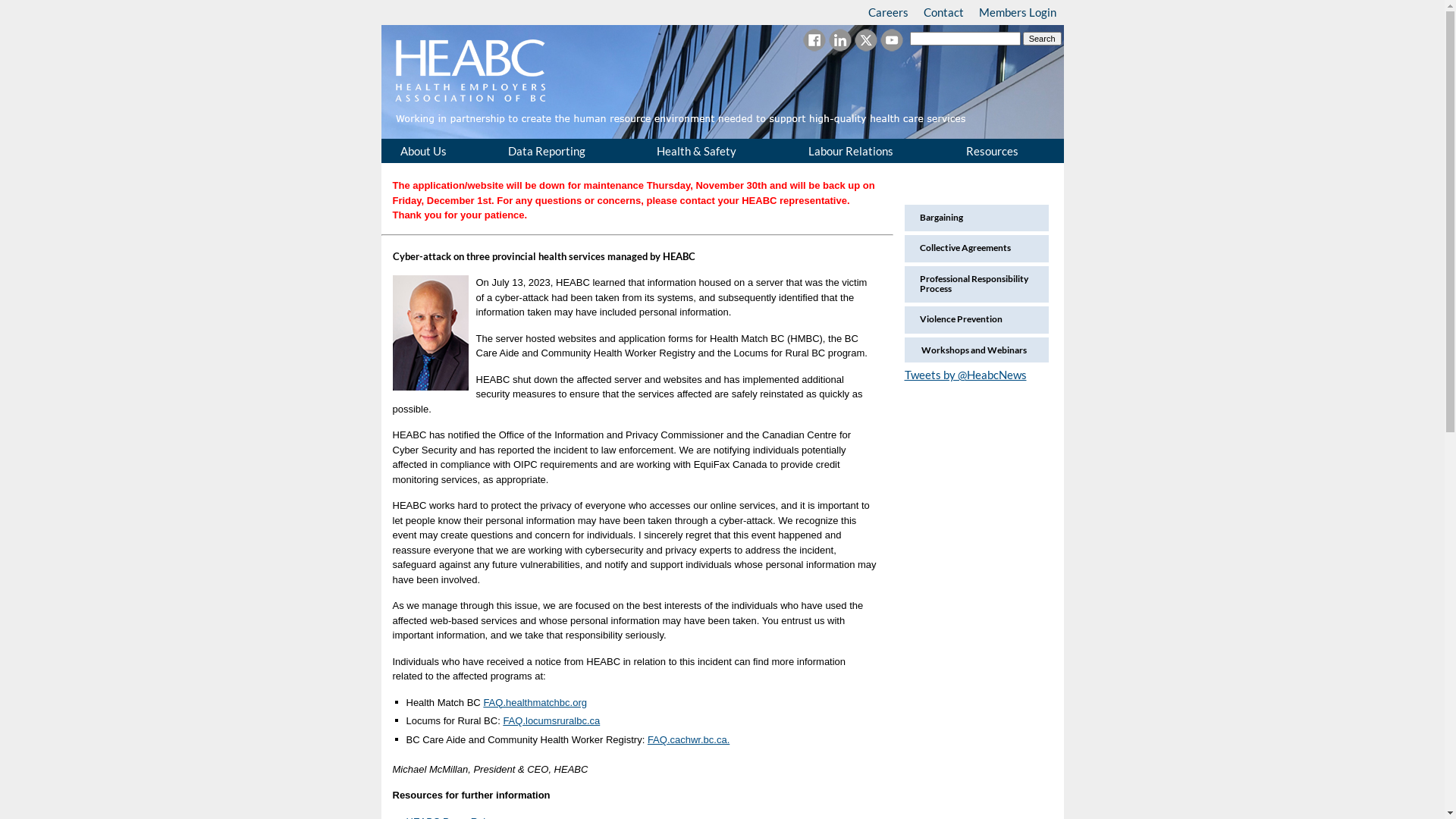 The image size is (1456, 819). What do you see at coordinates (1041, 37) in the screenshot?
I see `'Search'` at bounding box center [1041, 37].